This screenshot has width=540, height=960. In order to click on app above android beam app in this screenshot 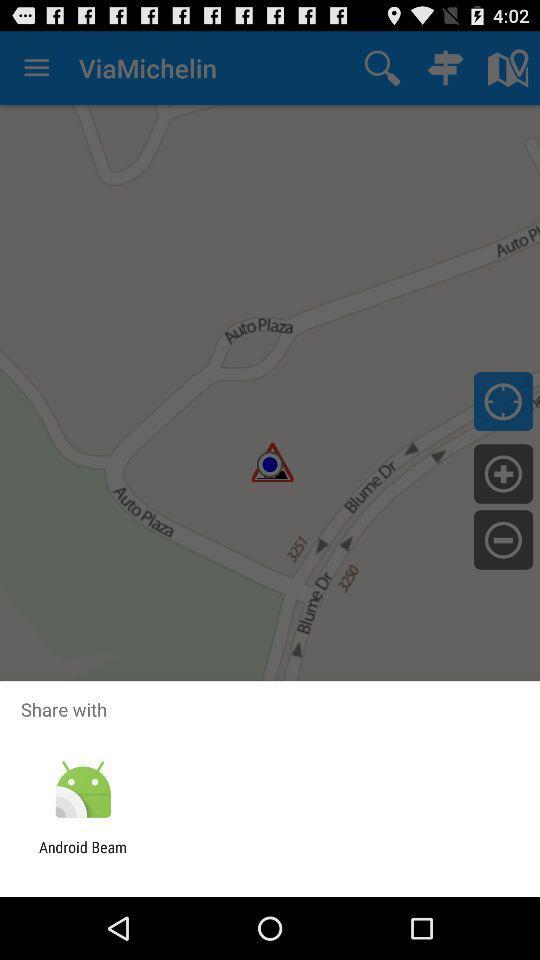, I will do `click(82, 790)`.